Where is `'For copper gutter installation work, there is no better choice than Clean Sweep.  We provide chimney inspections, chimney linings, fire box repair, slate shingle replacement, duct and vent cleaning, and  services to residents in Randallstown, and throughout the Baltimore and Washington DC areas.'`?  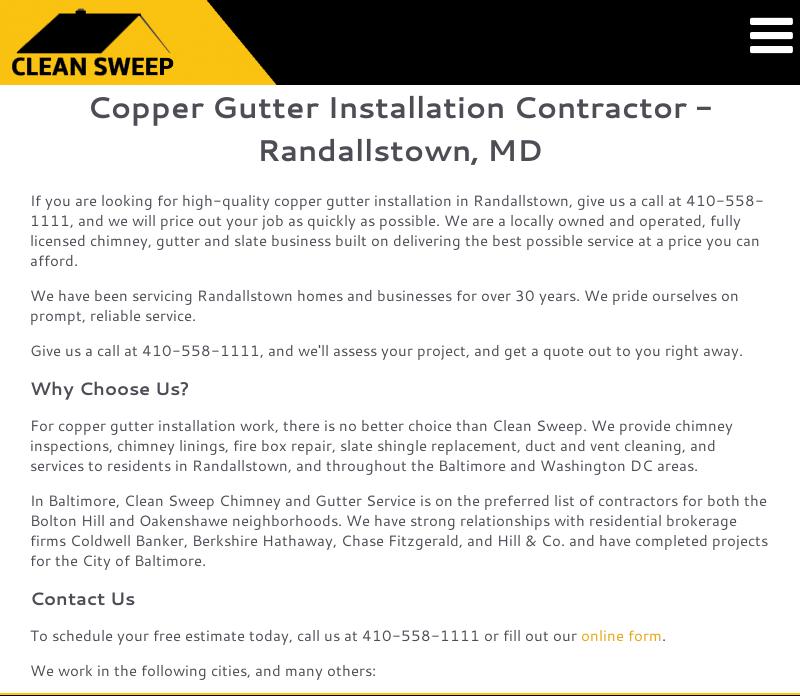 'For copper gutter installation work, there is no better choice than Clean Sweep.  We provide chimney inspections, chimney linings, fire box repair, slate shingle replacement, duct and vent cleaning, and  services to residents in Randallstown, and throughout the Baltimore and Washington DC areas.' is located at coordinates (380, 444).